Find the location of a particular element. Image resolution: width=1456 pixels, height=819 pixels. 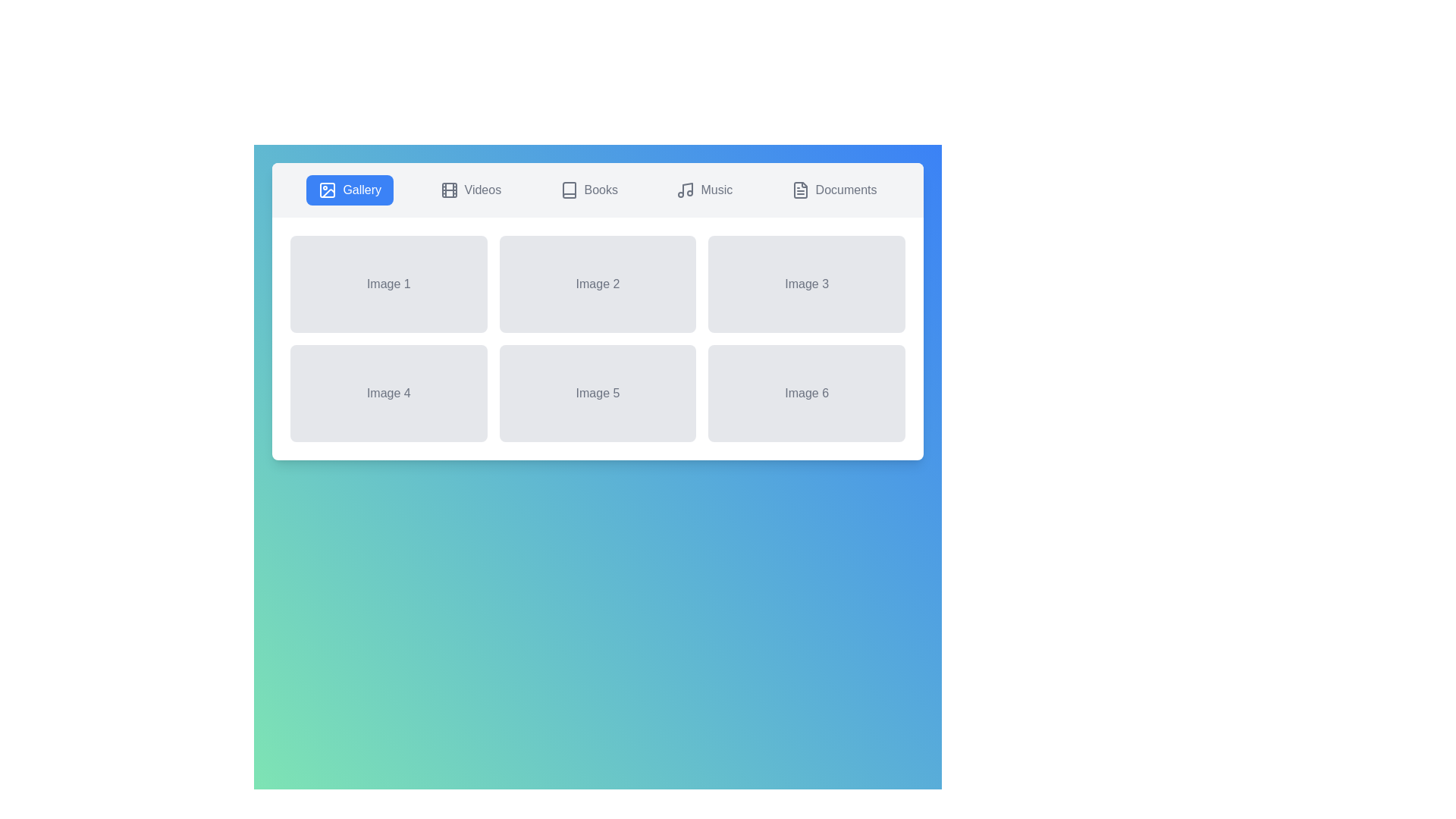

the 'Books' icon in the top navigation row is located at coordinates (568, 189).